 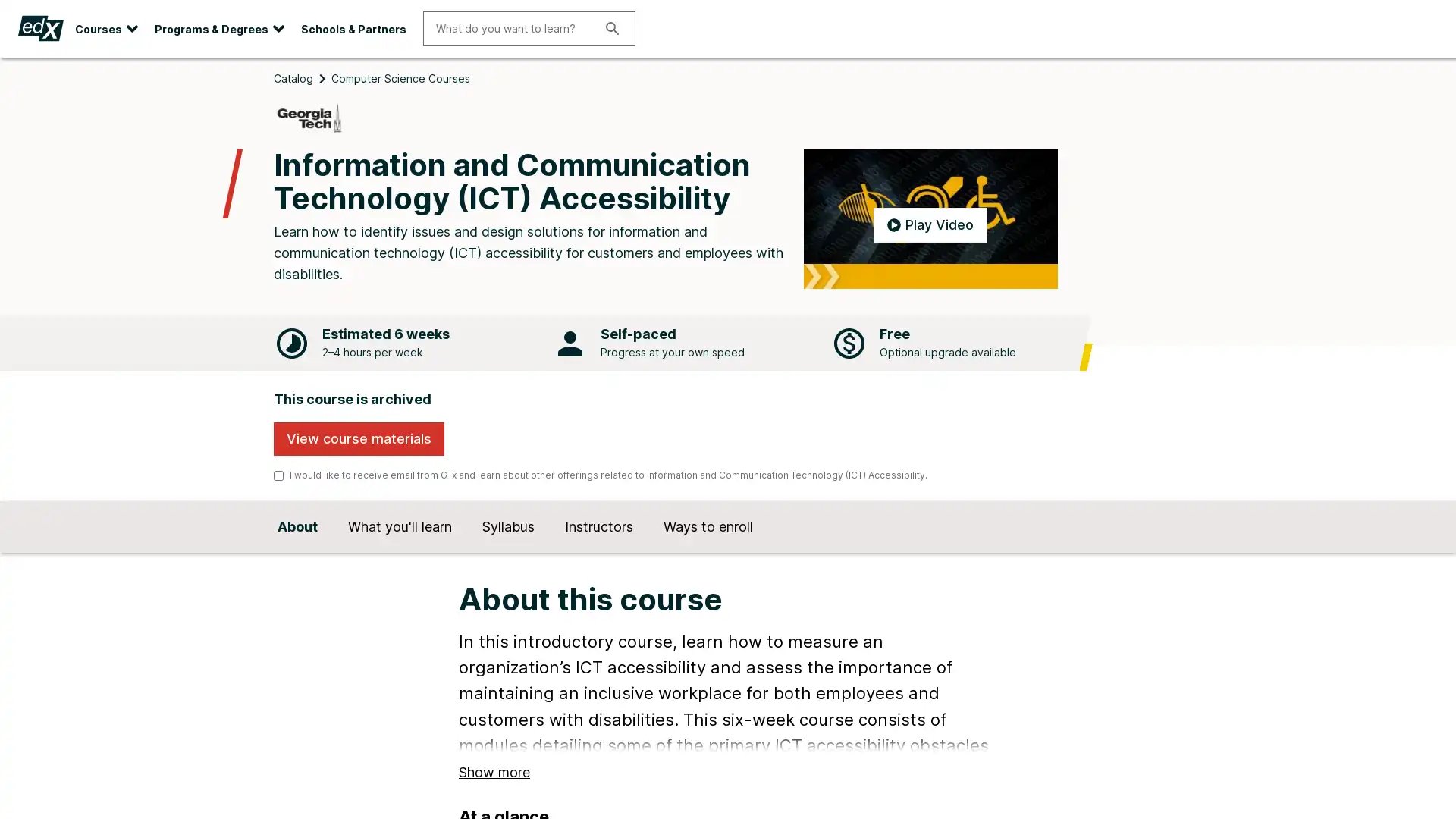 I want to click on Instructors, so click(x=598, y=552).